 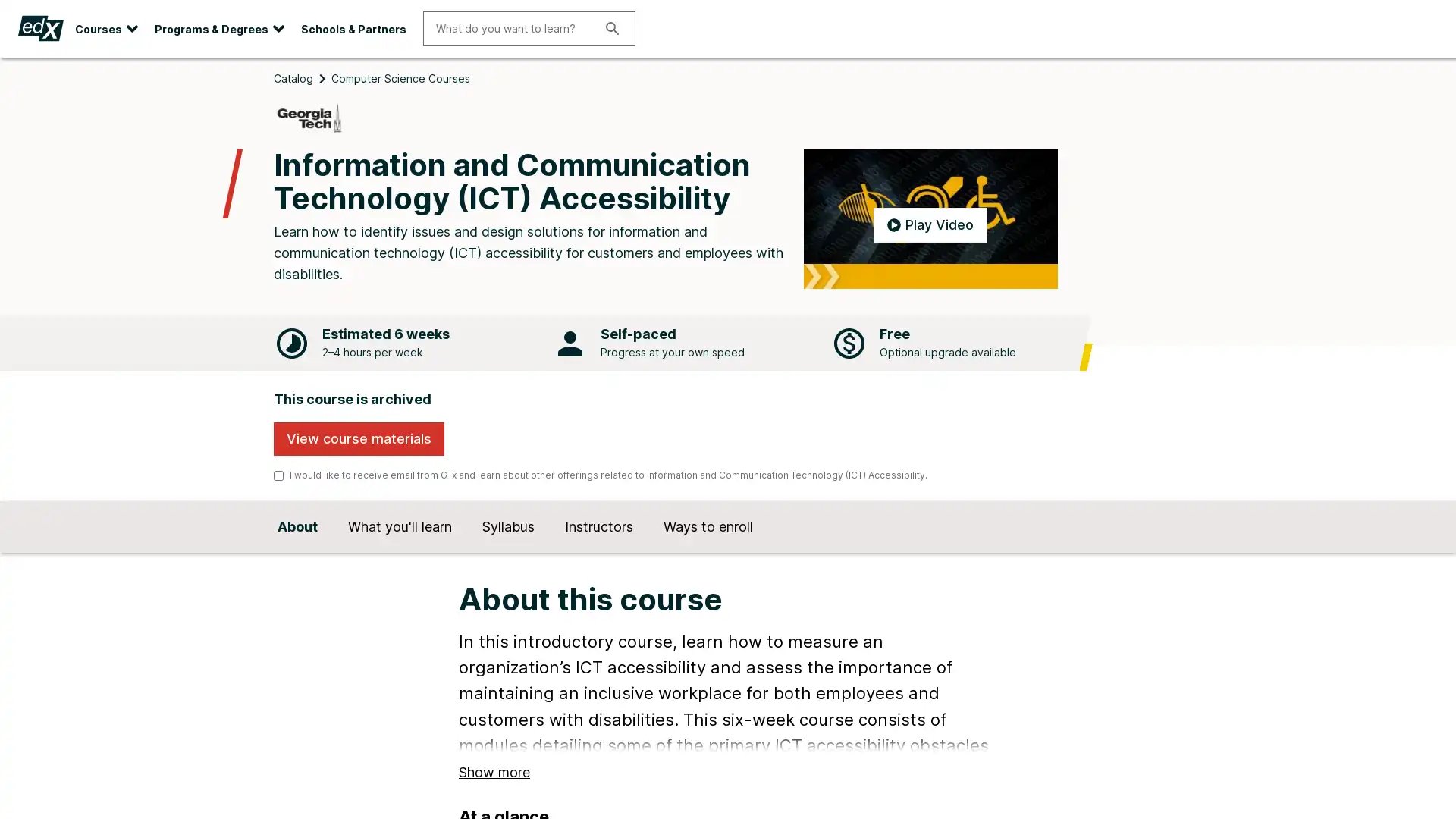 I want to click on Instructors, so click(x=598, y=552).